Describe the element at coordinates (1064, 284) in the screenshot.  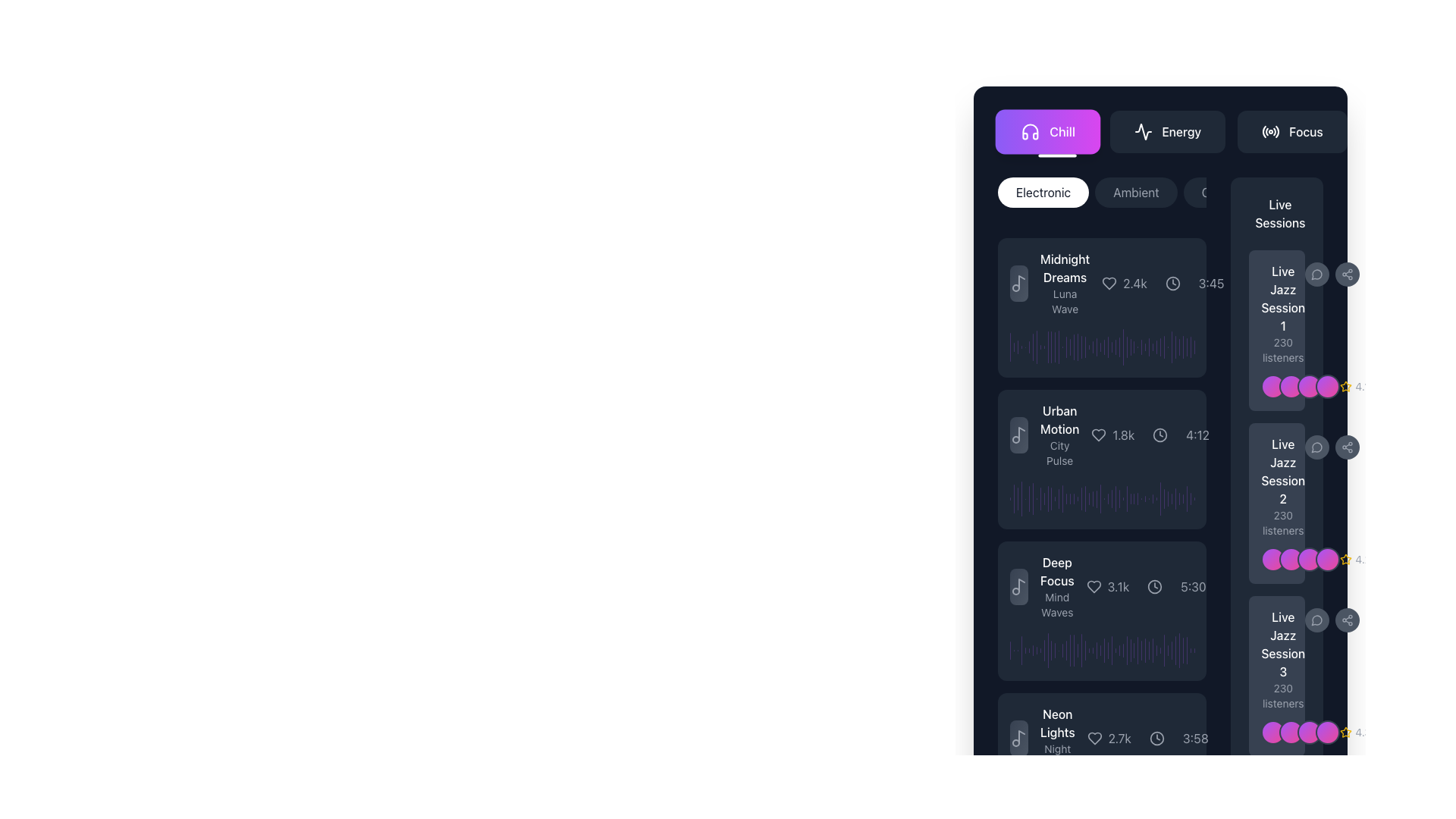
I see `the title and subtitle text block of the first song entry in the list` at that location.